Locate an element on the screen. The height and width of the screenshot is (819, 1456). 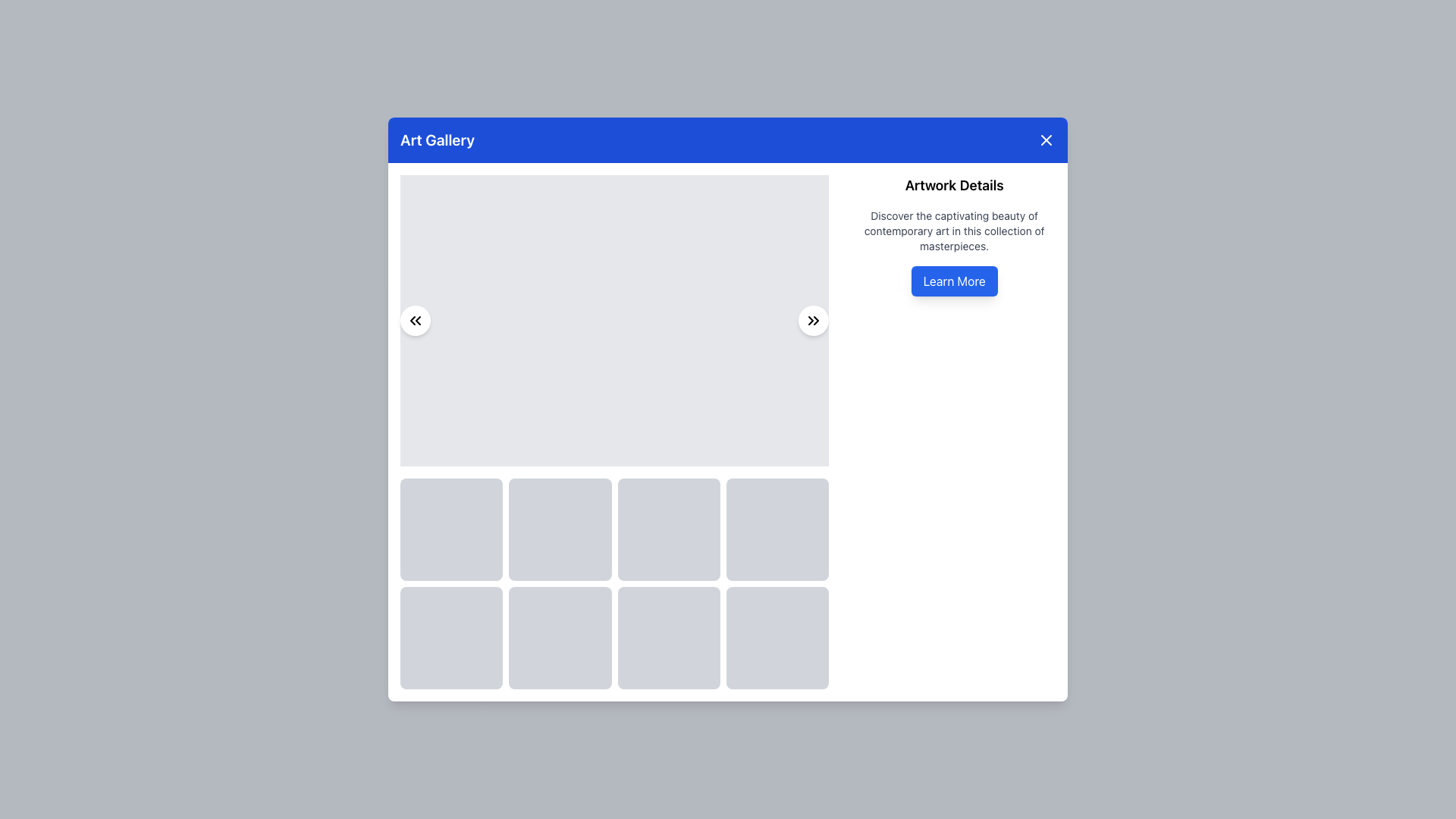
the Placeholder tile located in the second column and second row of the 4x2 grid, which functions as a visual placeholder in the gallery is located at coordinates (560, 638).